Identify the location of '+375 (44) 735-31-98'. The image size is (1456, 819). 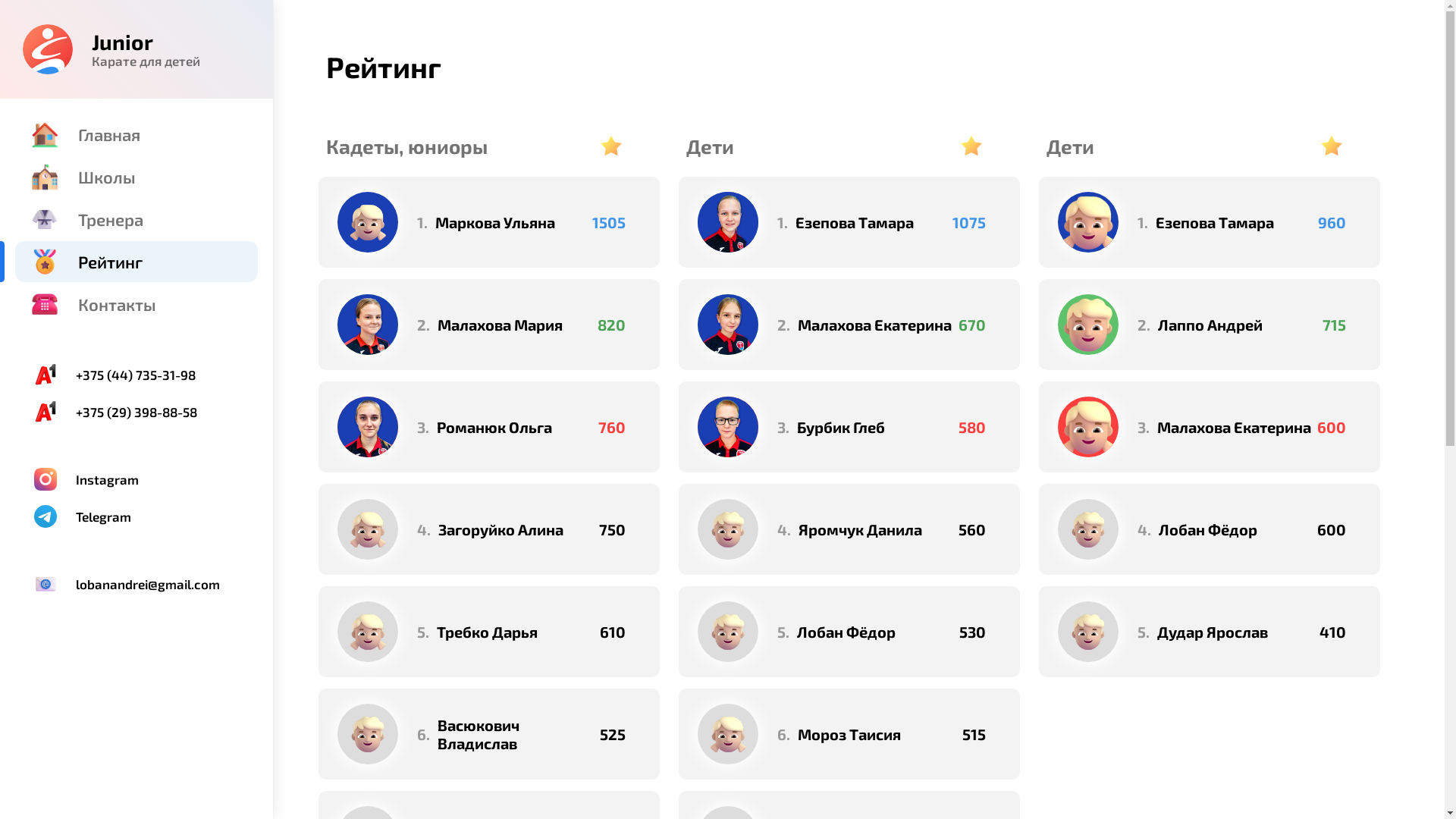
(136, 374).